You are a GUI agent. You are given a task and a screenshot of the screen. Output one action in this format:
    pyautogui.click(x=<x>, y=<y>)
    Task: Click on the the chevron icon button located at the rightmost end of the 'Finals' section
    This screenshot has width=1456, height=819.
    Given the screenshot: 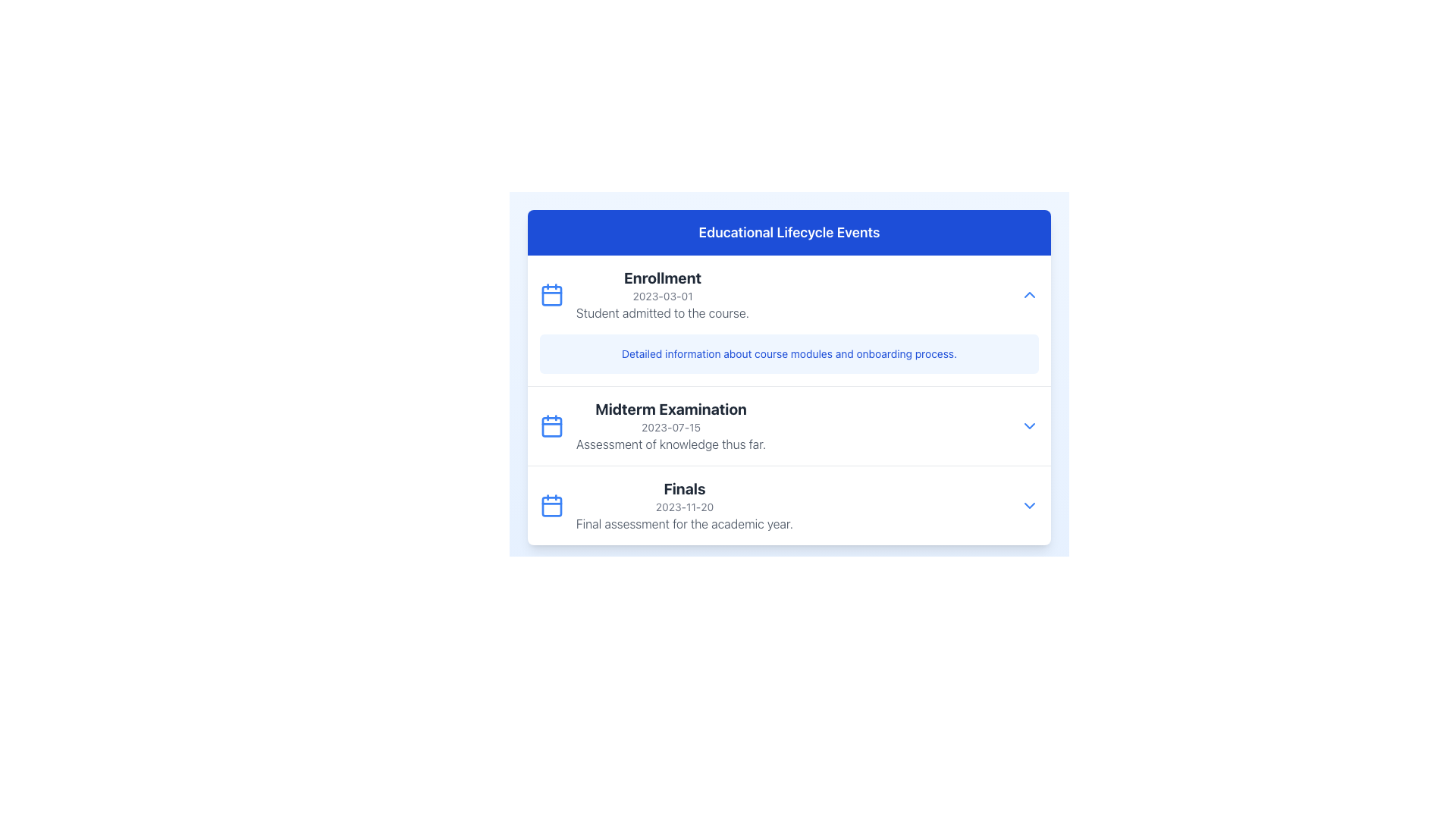 What is the action you would take?
    pyautogui.click(x=1030, y=506)
    